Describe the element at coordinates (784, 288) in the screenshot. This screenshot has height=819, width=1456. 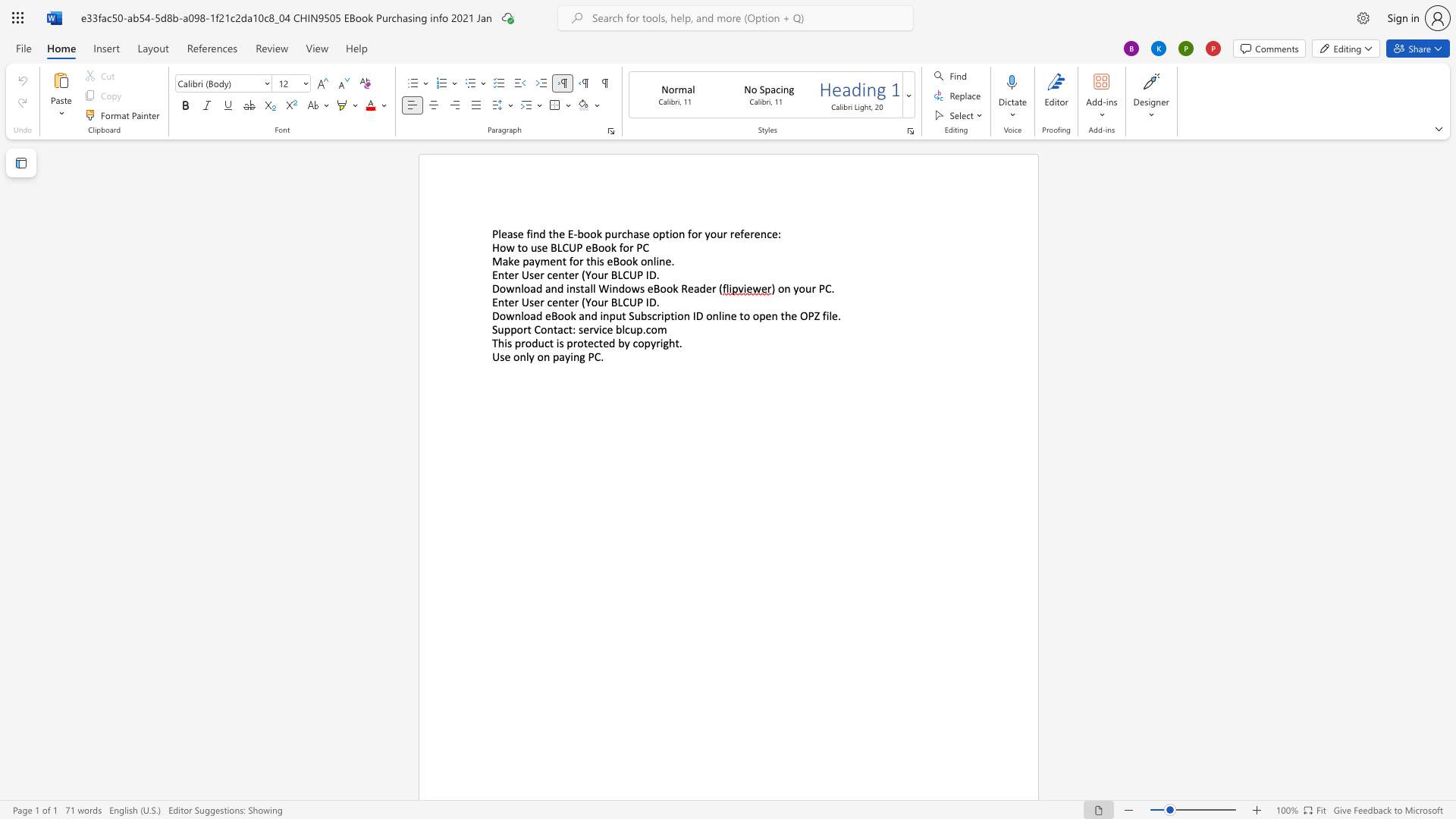
I see `the subset text "n your PC" within the text ") on your PC"` at that location.